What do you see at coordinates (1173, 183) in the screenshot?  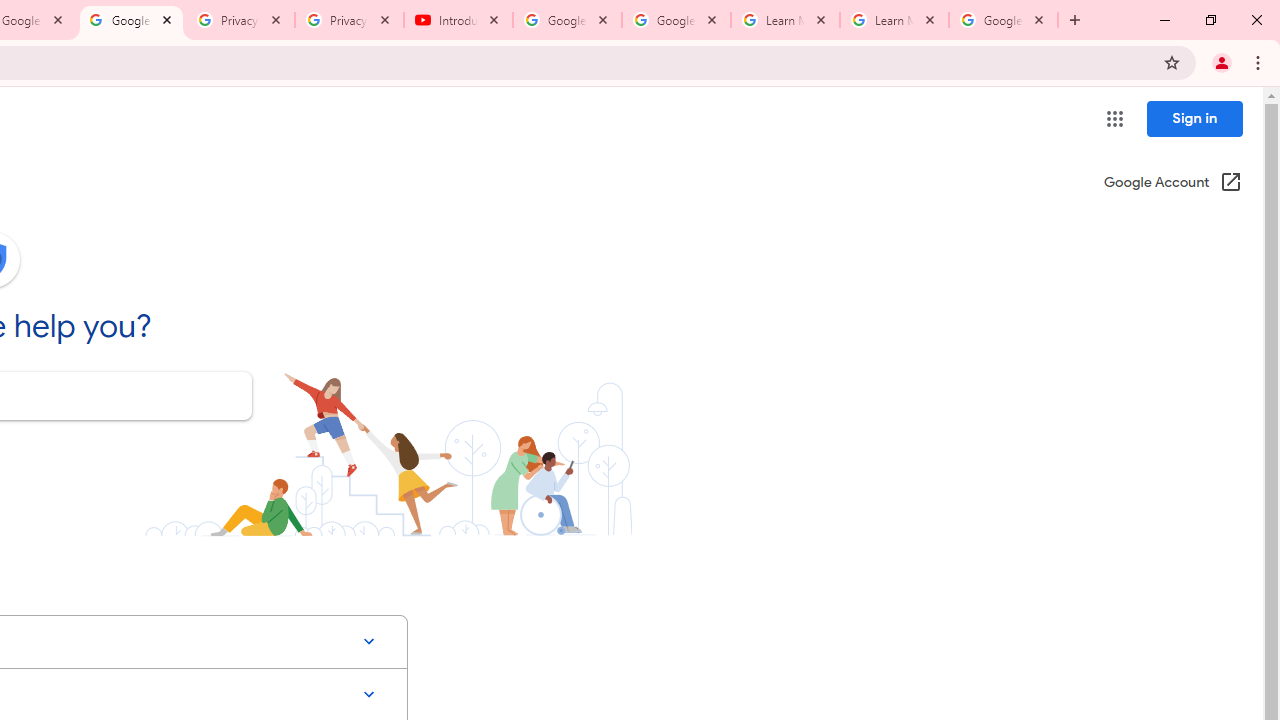 I see `'Google Account (Open in a new window)'` at bounding box center [1173, 183].